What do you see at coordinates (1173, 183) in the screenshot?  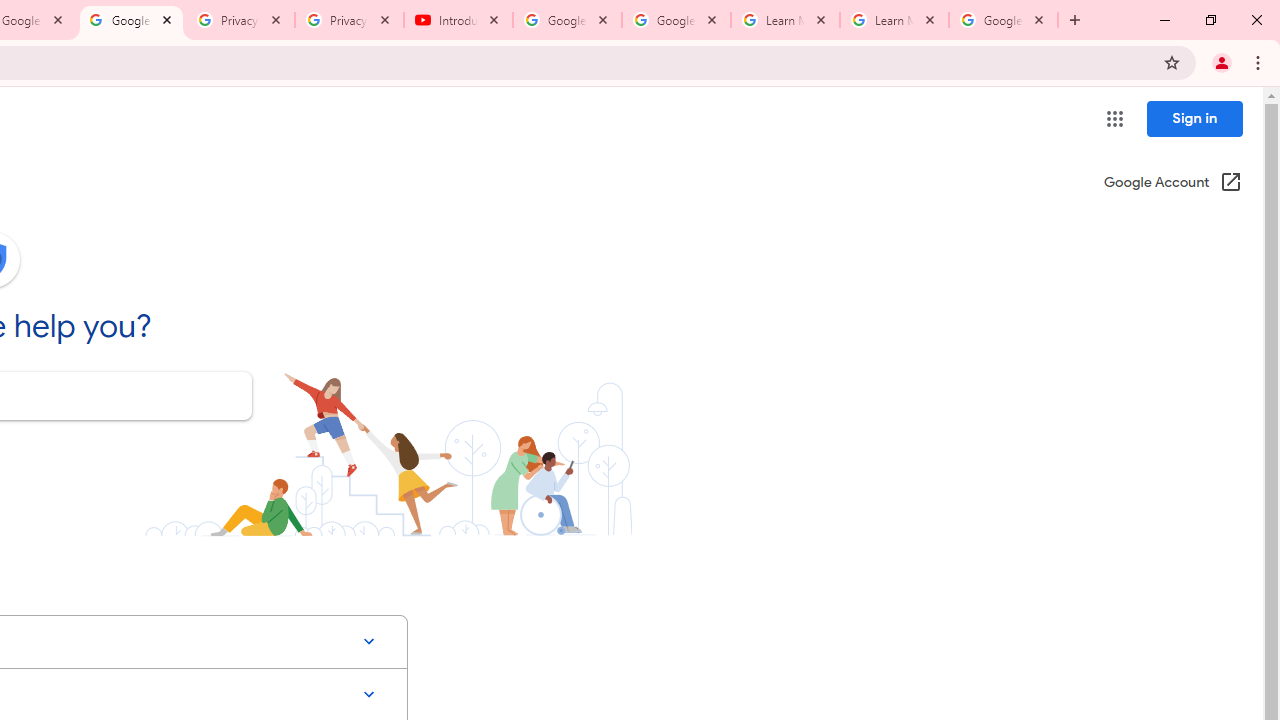 I see `'Google Account (Open in a new window)'` at bounding box center [1173, 183].